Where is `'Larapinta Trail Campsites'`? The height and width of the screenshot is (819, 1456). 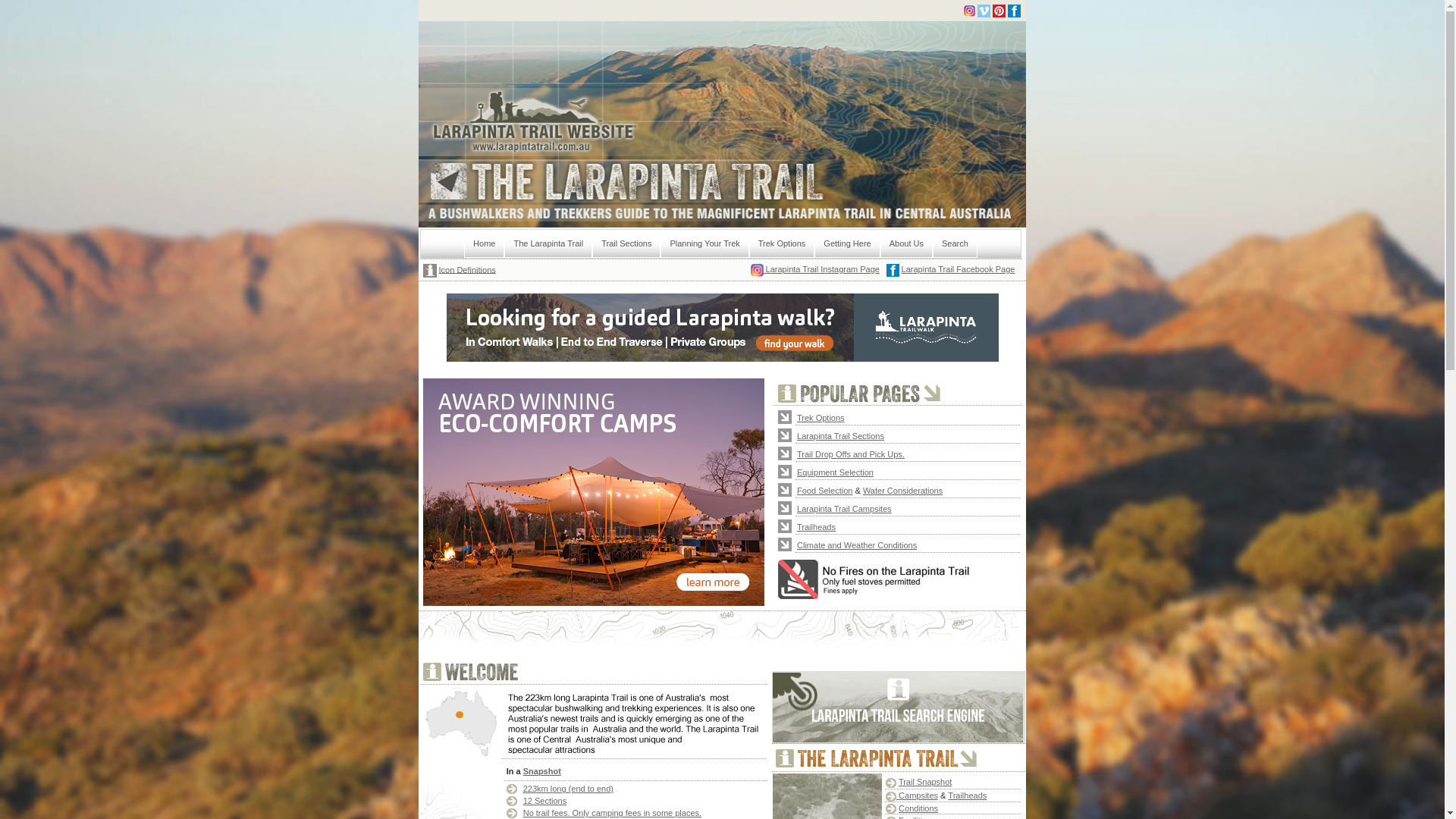 'Larapinta Trail Campsites' is located at coordinates (796, 508).